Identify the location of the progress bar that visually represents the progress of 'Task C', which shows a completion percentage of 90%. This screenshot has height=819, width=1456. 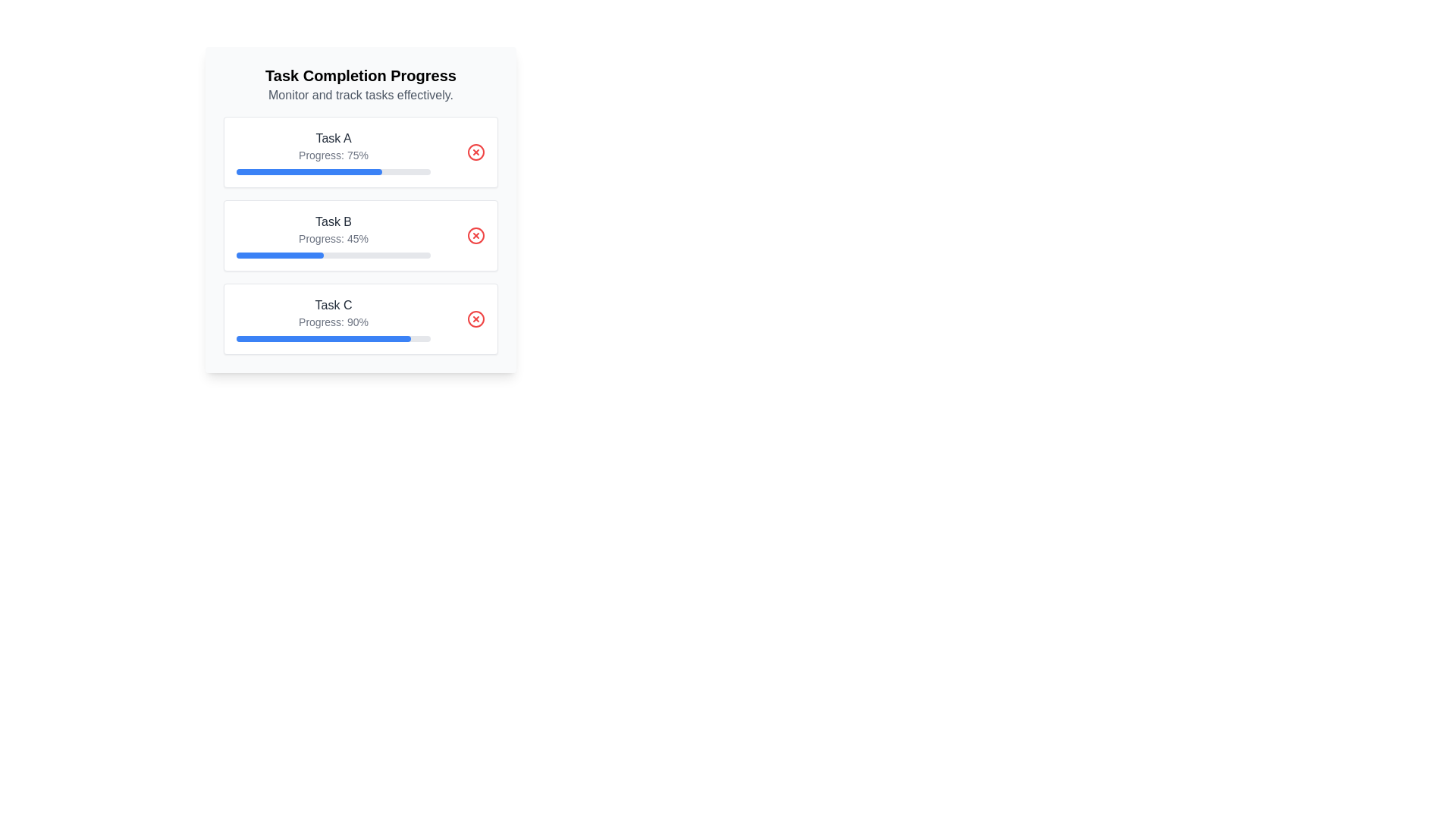
(333, 338).